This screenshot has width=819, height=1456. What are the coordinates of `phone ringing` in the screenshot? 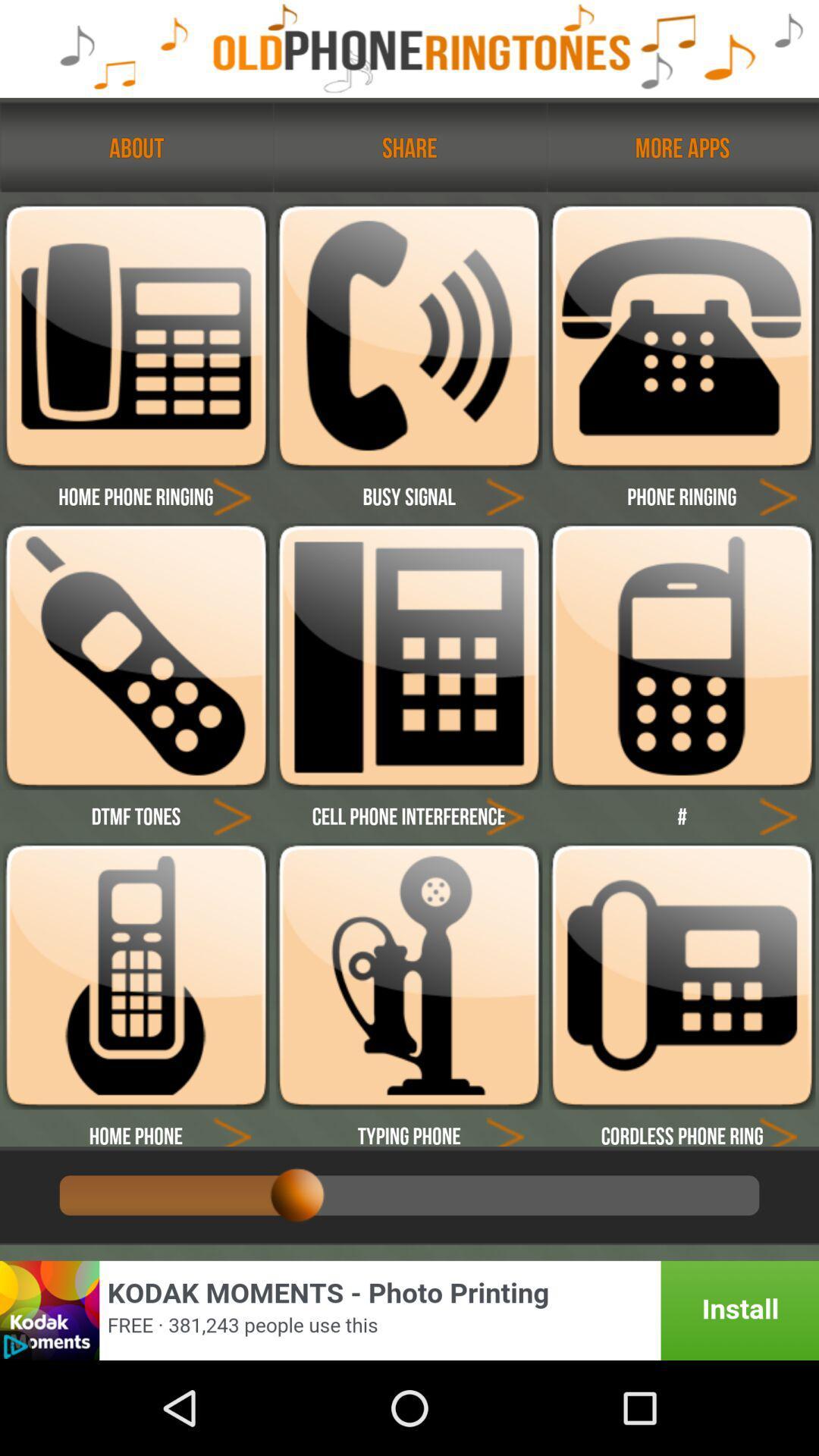 It's located at (681, 656).